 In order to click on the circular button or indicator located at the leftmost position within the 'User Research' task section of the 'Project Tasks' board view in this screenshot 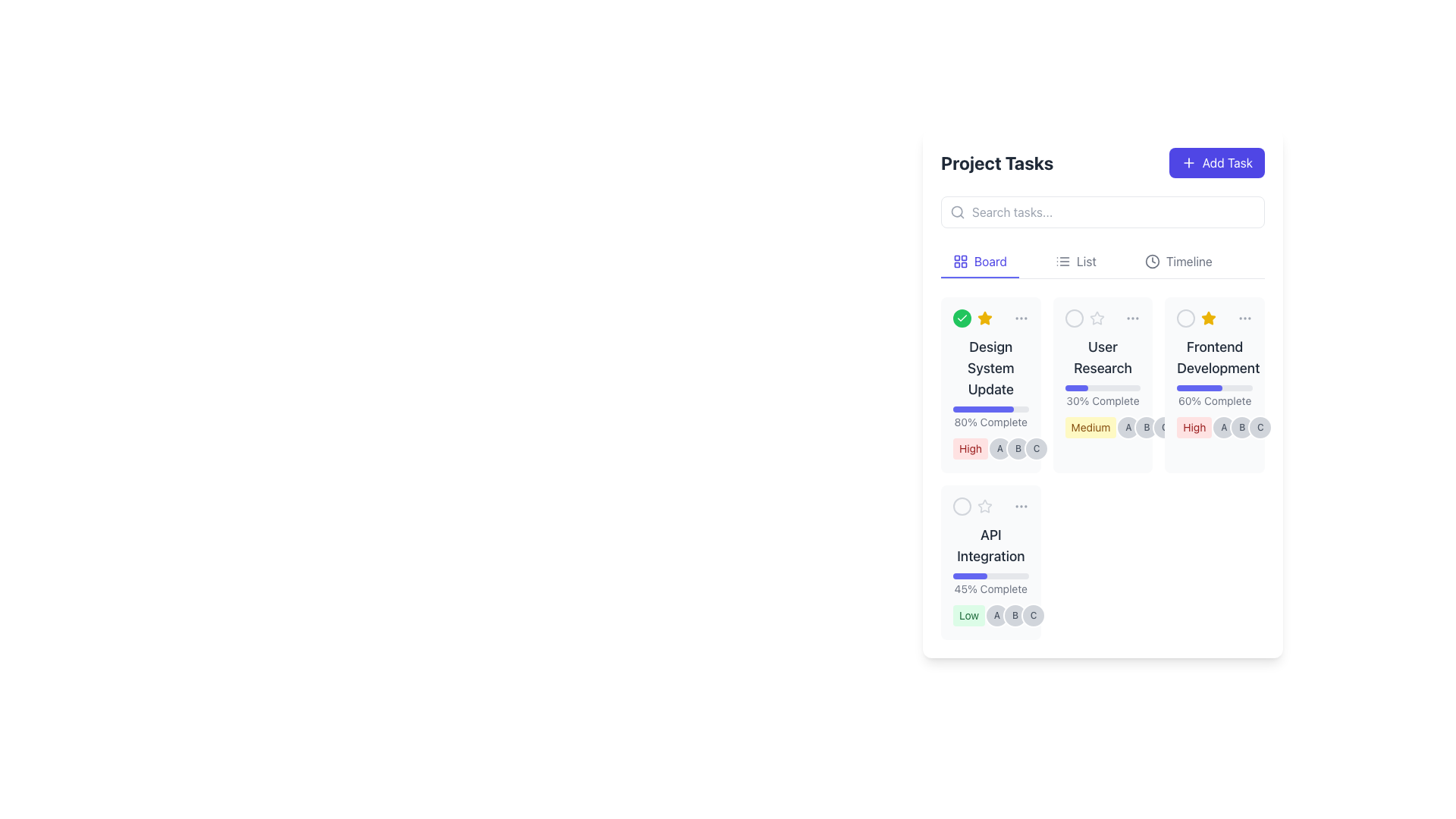, I will do `click(1073, 318)`.